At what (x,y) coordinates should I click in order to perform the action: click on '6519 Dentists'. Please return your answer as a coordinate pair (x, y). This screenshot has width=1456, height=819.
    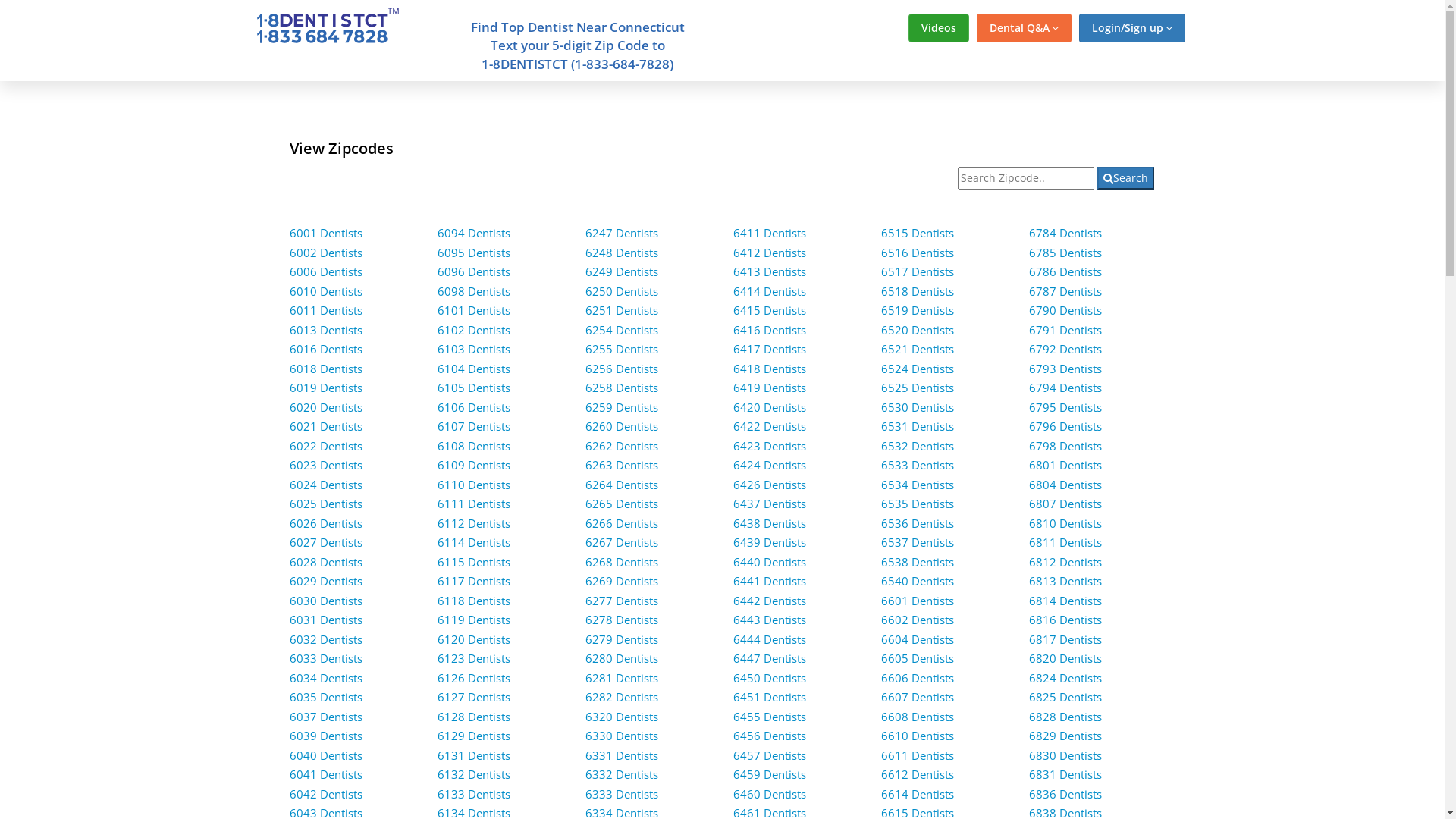
    Looking at the image, I should click on (916, 309).